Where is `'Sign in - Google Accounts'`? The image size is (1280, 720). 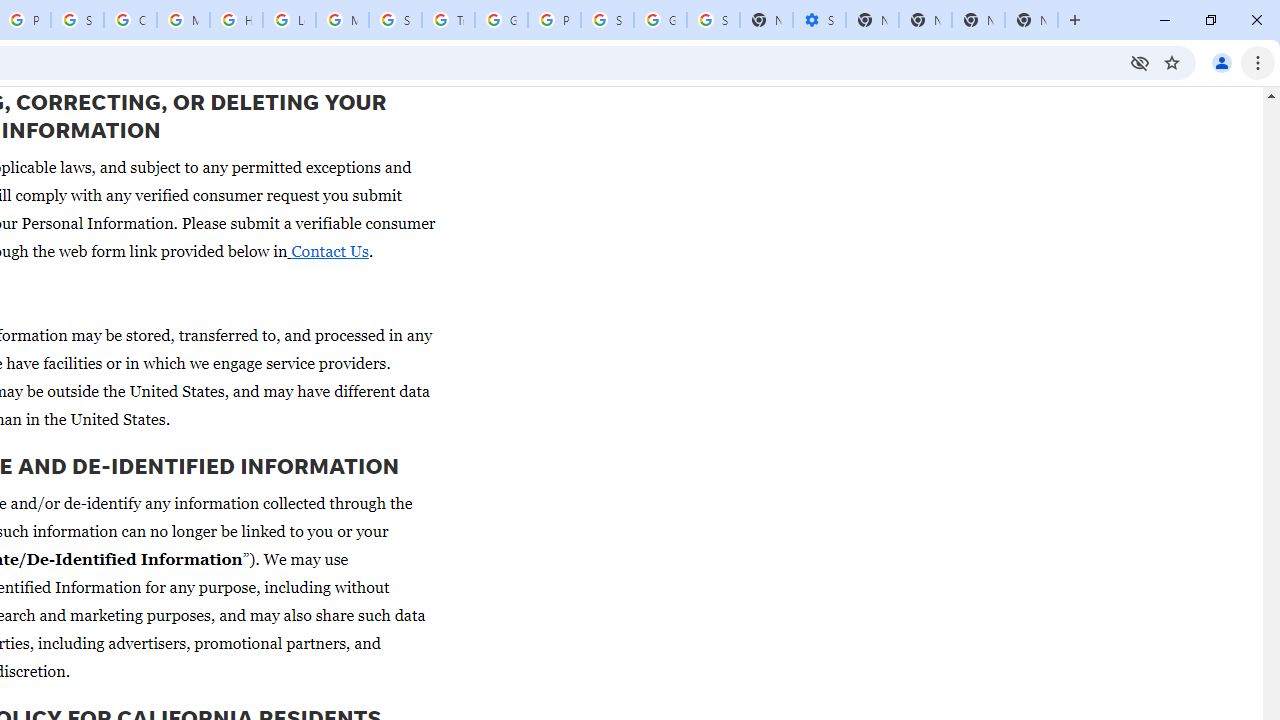
'Sign in - Google Accounts' is located at coordinates (77, 20).